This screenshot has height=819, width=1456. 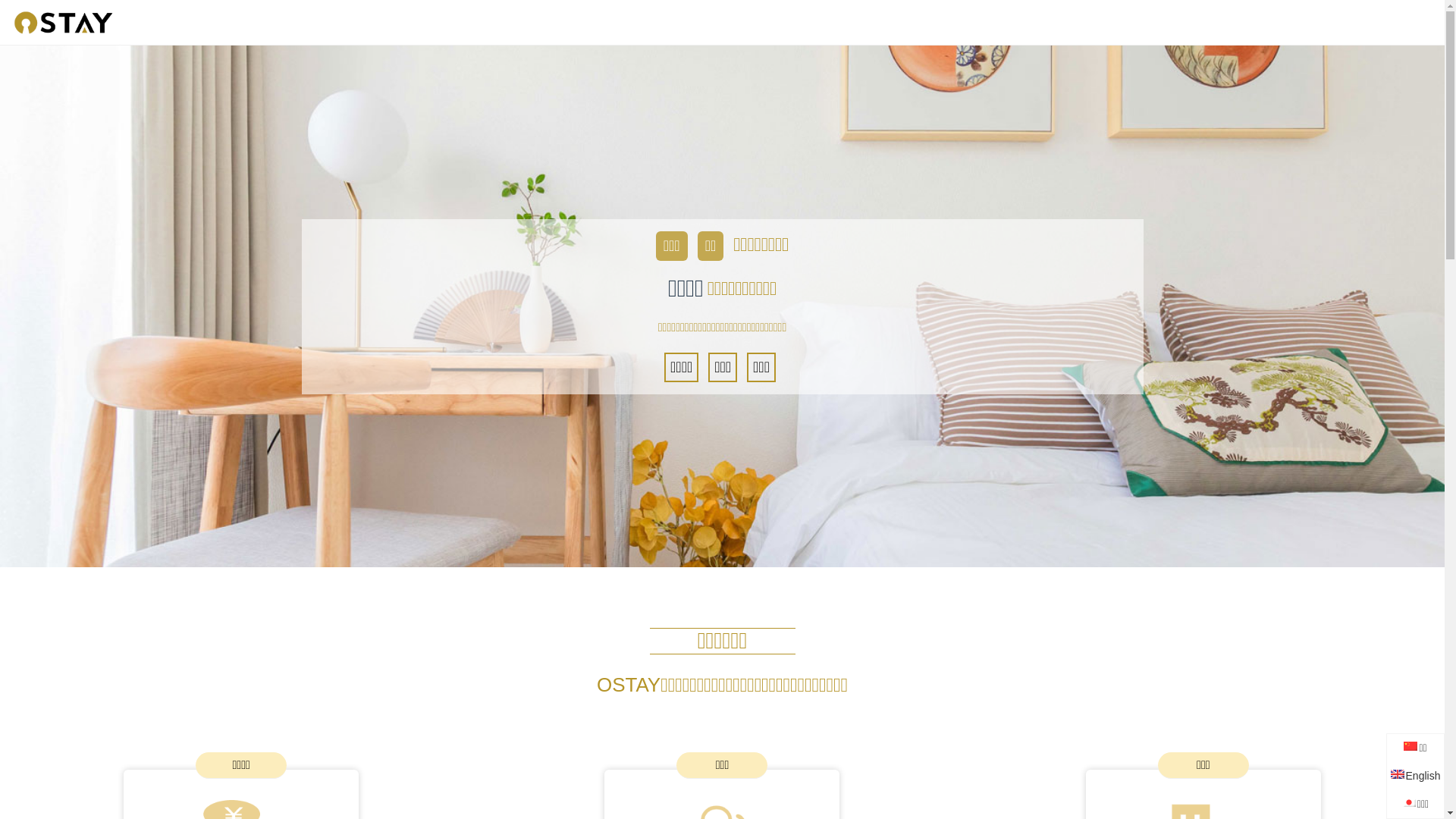 What do you see at coordinates (1415, 775) in the screenshot?
I see `'English'` at bounding box center [1415, 775].